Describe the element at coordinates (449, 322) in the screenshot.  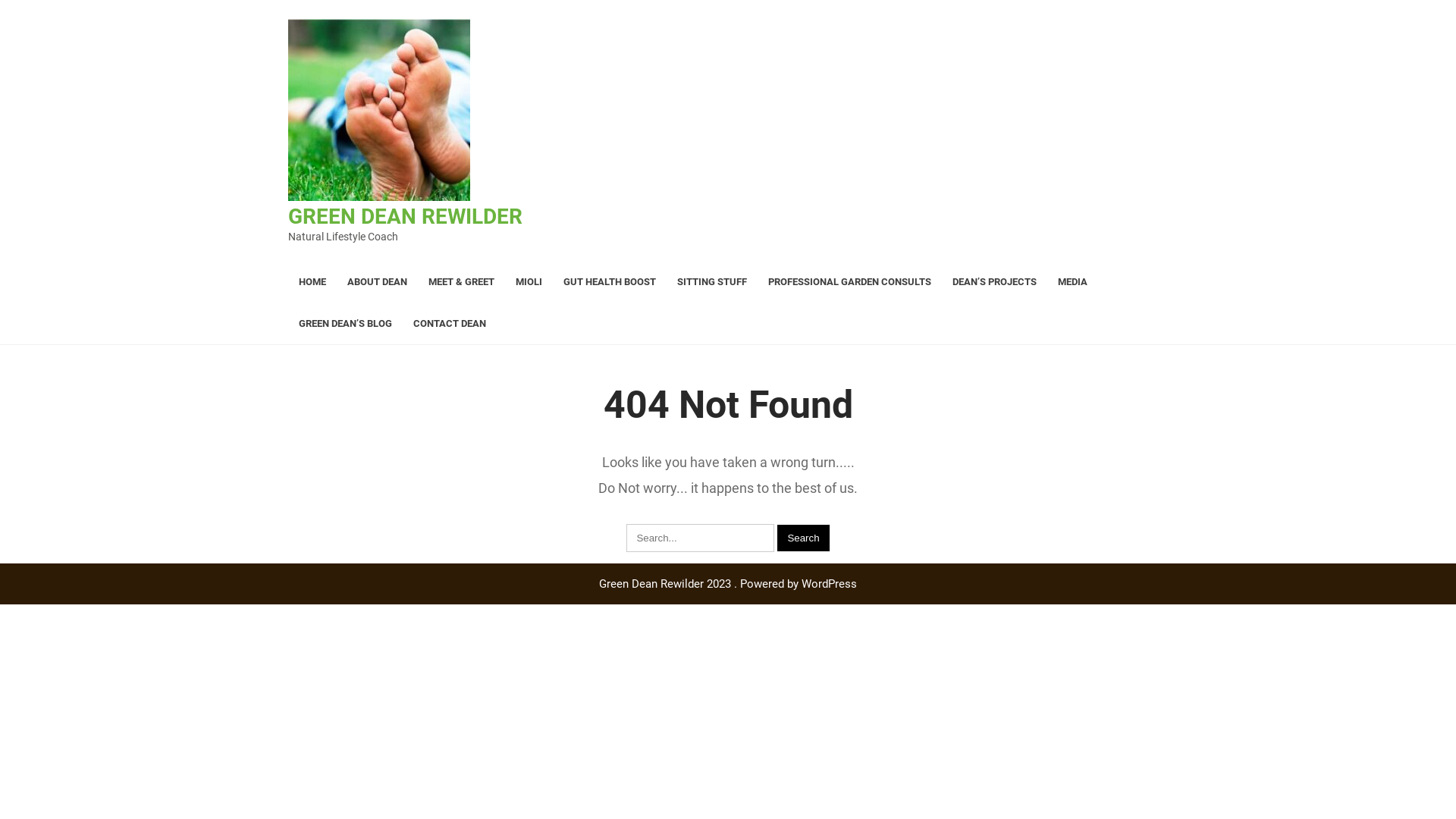
I see `'CONTACT DEAN'` at that location.